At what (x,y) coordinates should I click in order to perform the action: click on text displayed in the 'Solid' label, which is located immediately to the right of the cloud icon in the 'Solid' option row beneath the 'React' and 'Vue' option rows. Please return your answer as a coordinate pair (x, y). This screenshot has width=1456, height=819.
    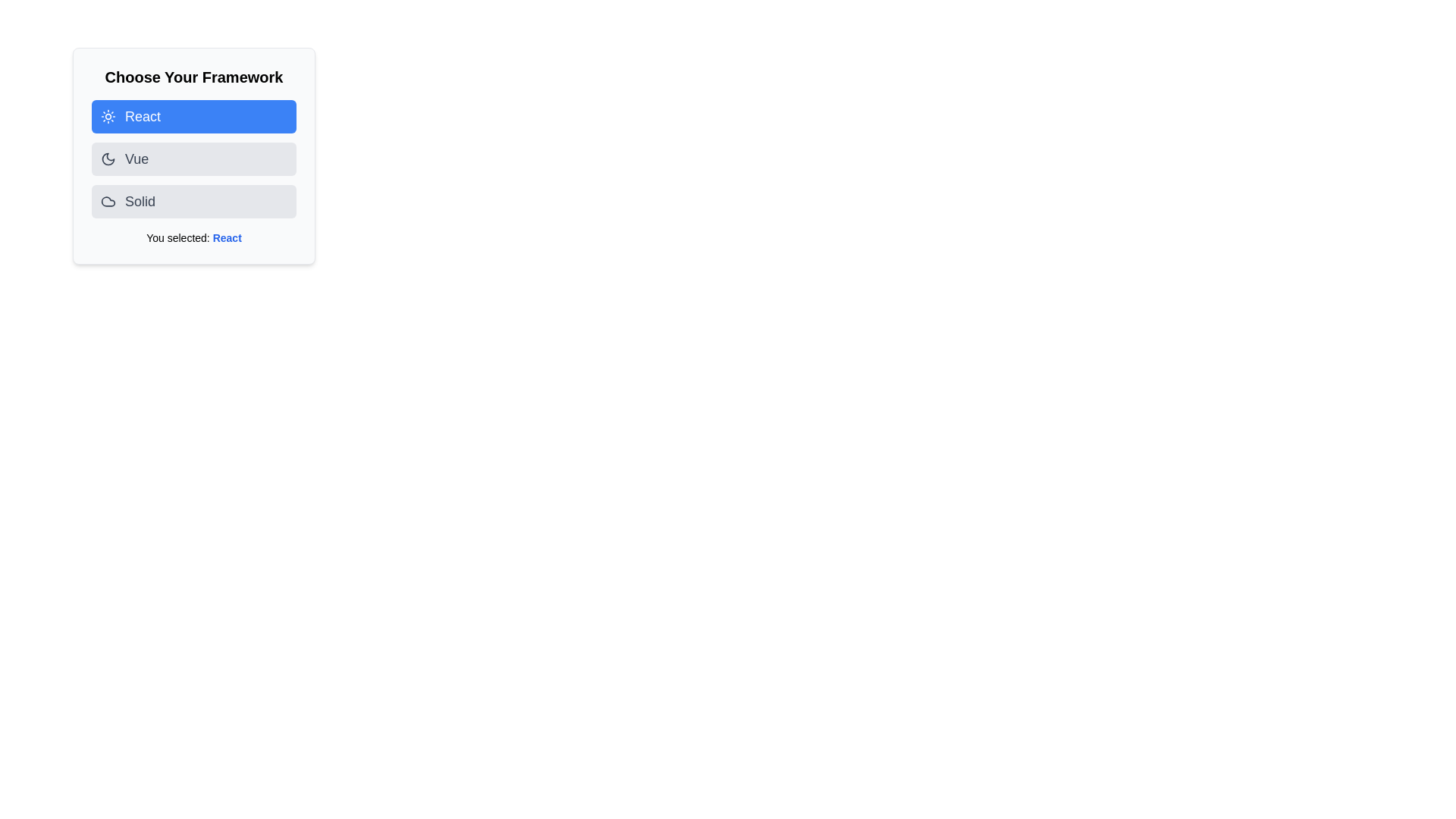
    Looking at the image, I should click on (140, 201).